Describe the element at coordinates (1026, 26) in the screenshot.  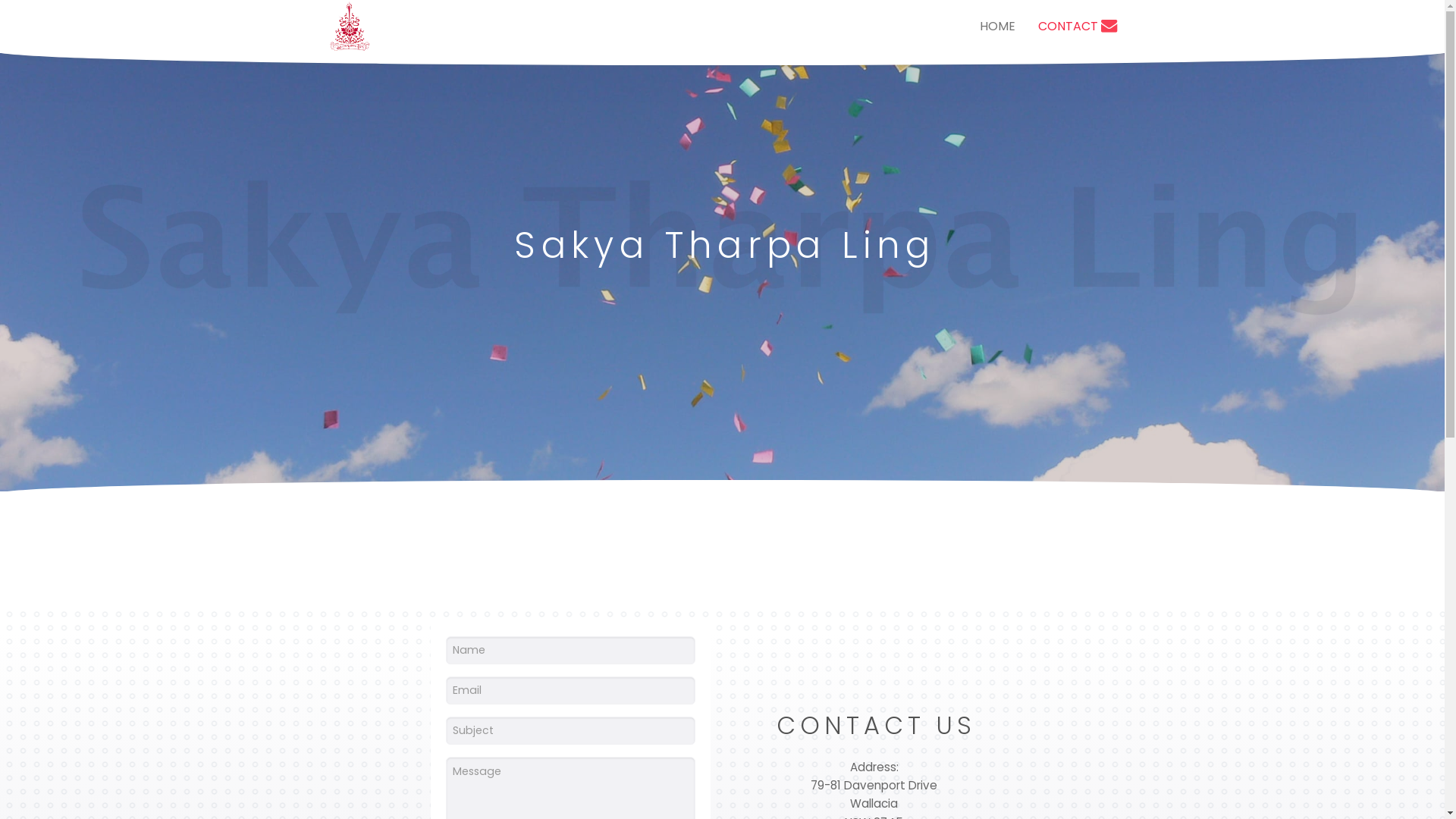
I see `'CONTACT'` at that location.